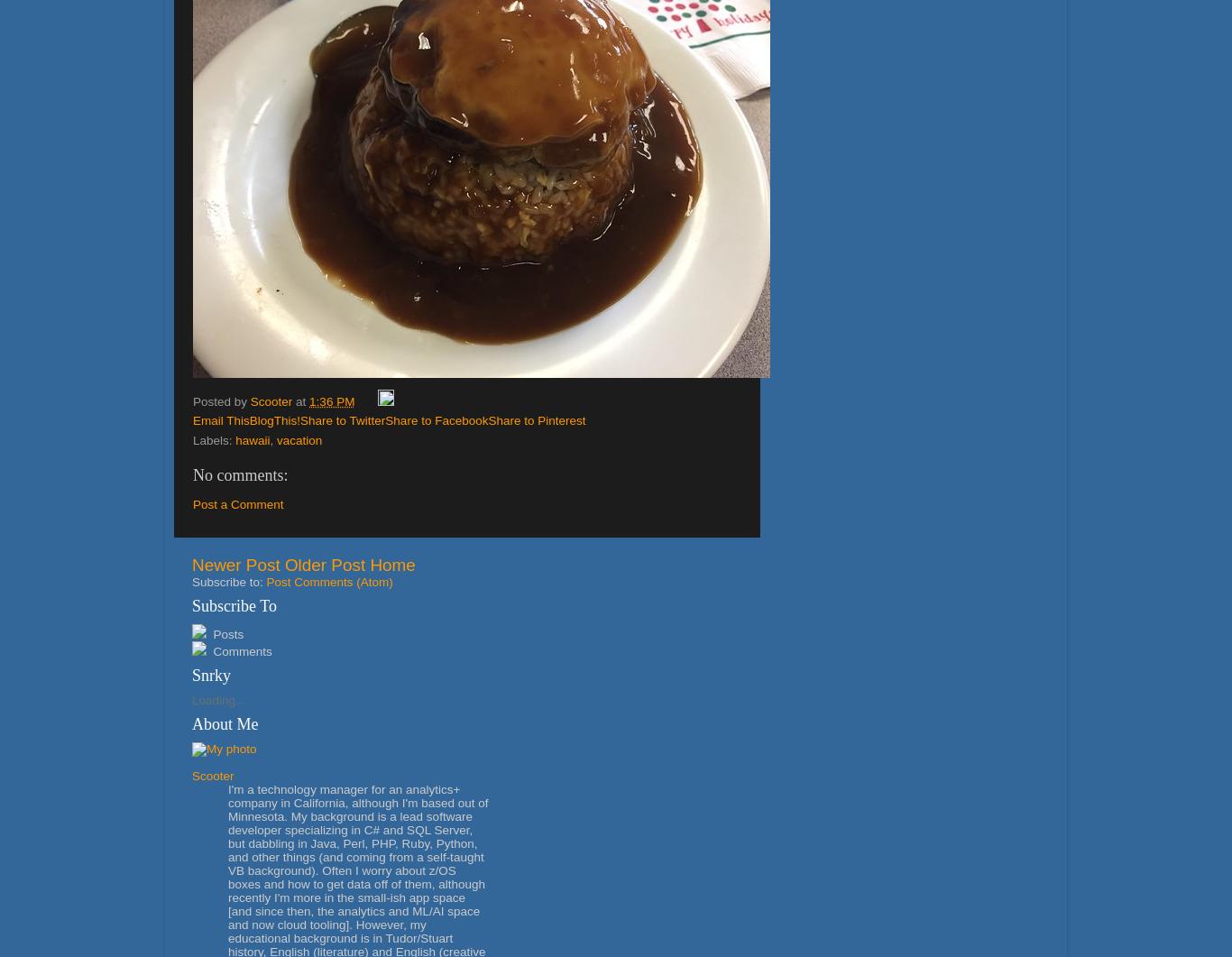 Image resolution: width=1232 pixels, height=957 pixels. Describe the element at coordinates (192, 439) in the screenshot. I see `'Labels:'` at that location.